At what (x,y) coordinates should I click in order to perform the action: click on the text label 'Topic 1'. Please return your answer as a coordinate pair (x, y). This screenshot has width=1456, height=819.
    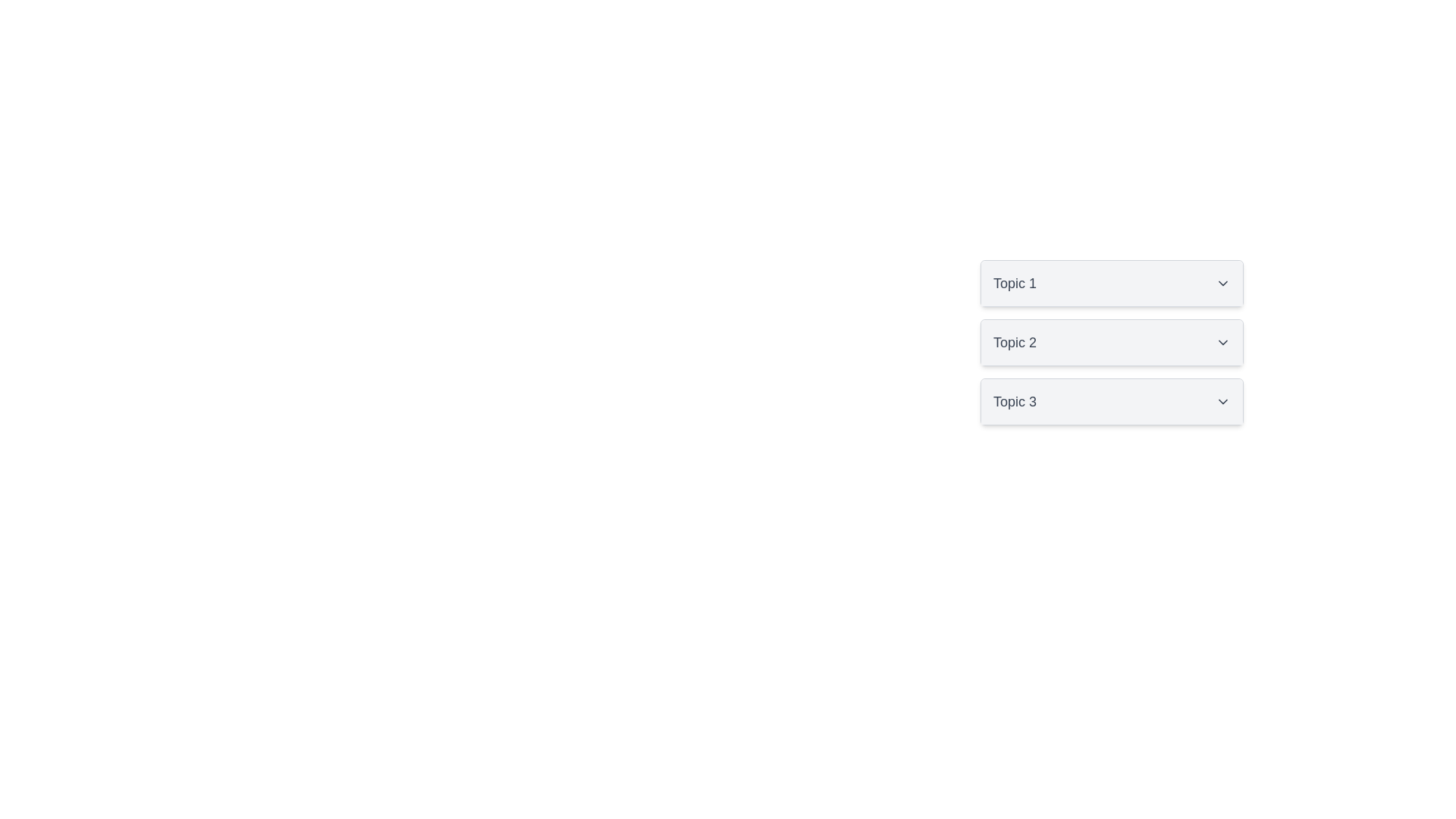
    Looking at the image, I should click on (1015, 284).